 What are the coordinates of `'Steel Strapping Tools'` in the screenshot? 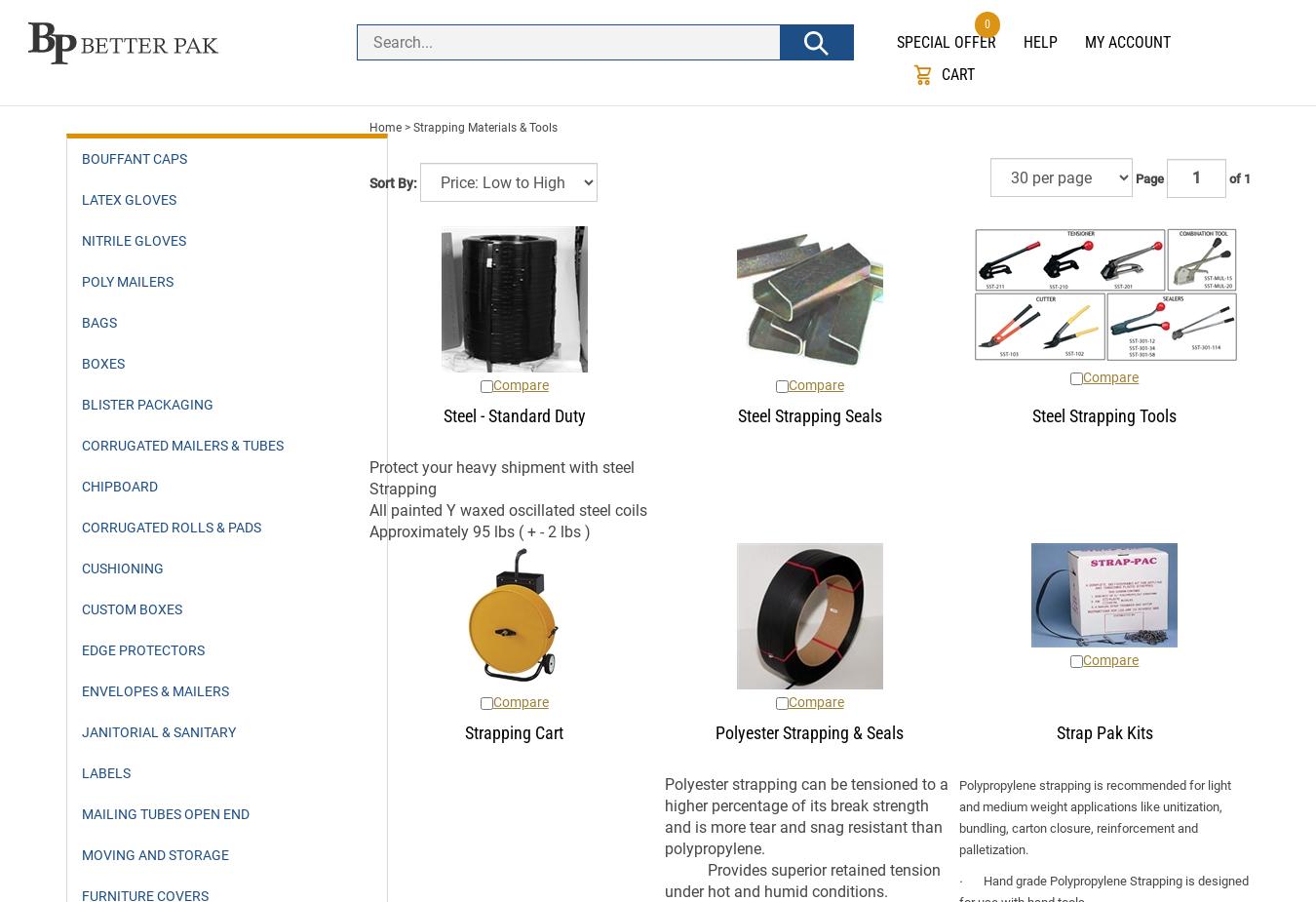 It's located at (1103, 414).